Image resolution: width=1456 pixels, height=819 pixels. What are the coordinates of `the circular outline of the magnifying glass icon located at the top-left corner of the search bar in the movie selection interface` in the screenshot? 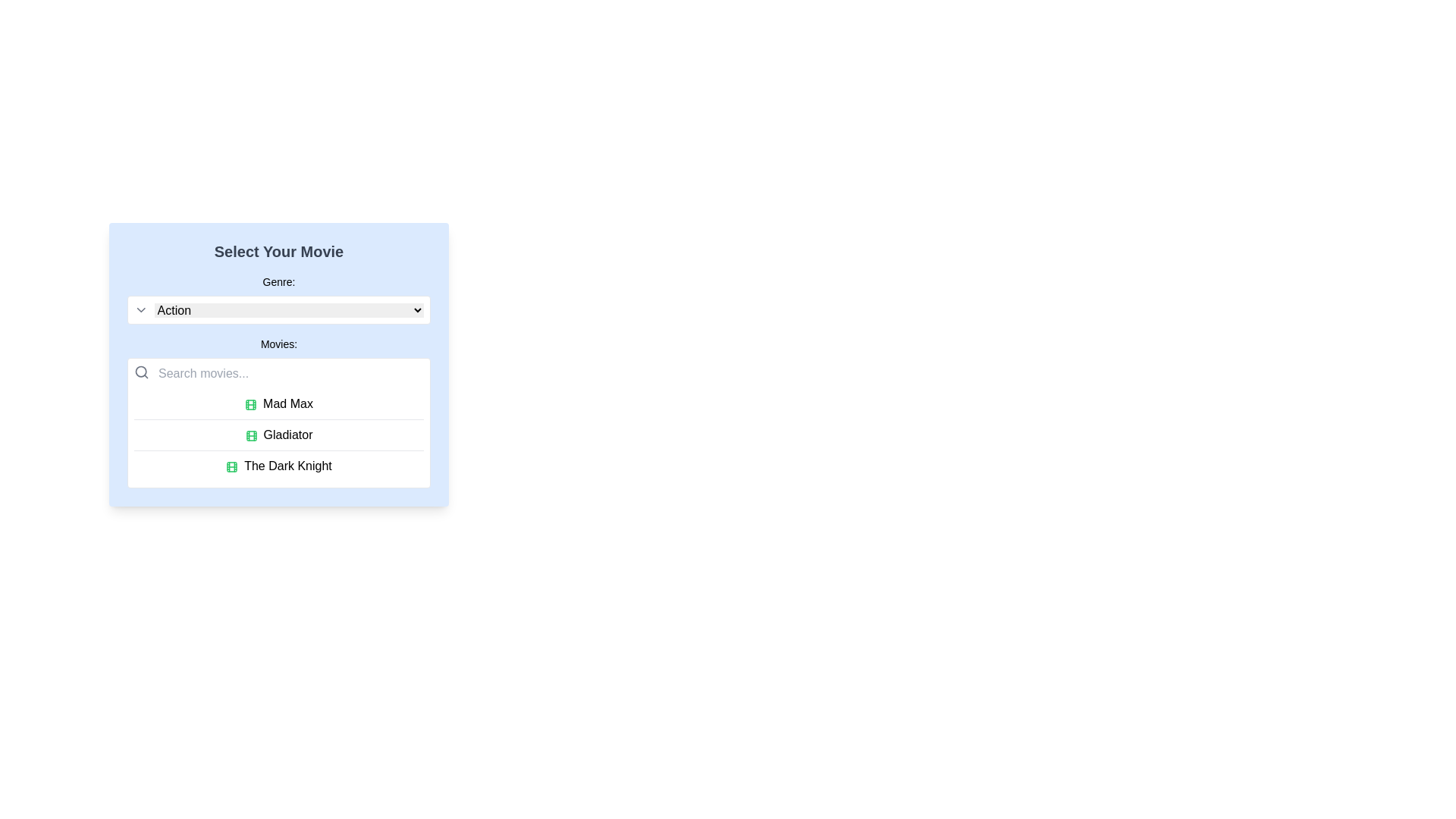 It's located at (141, 372).